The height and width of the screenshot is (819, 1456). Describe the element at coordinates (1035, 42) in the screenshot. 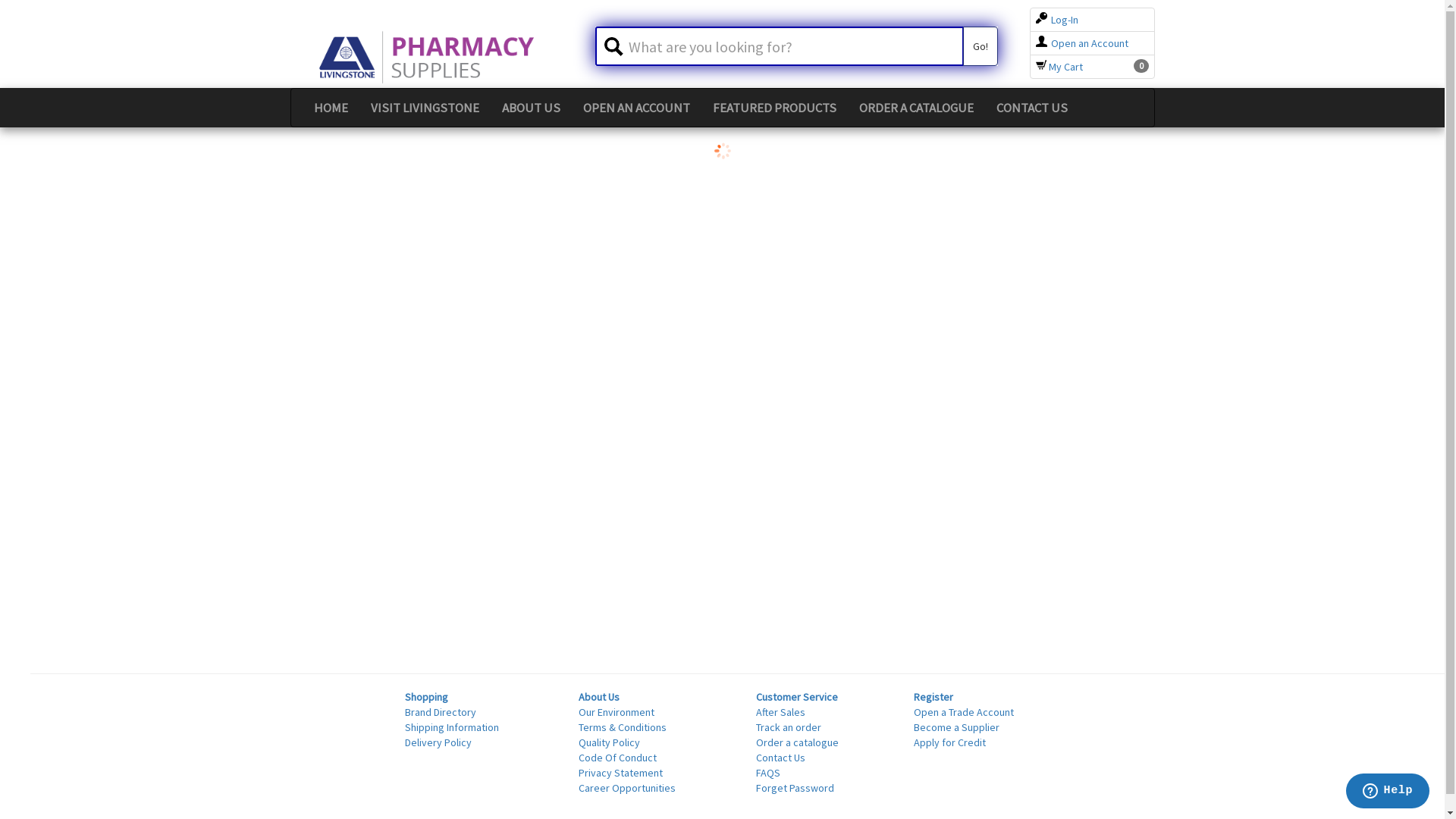

I see `'Open an Account'` at that location.